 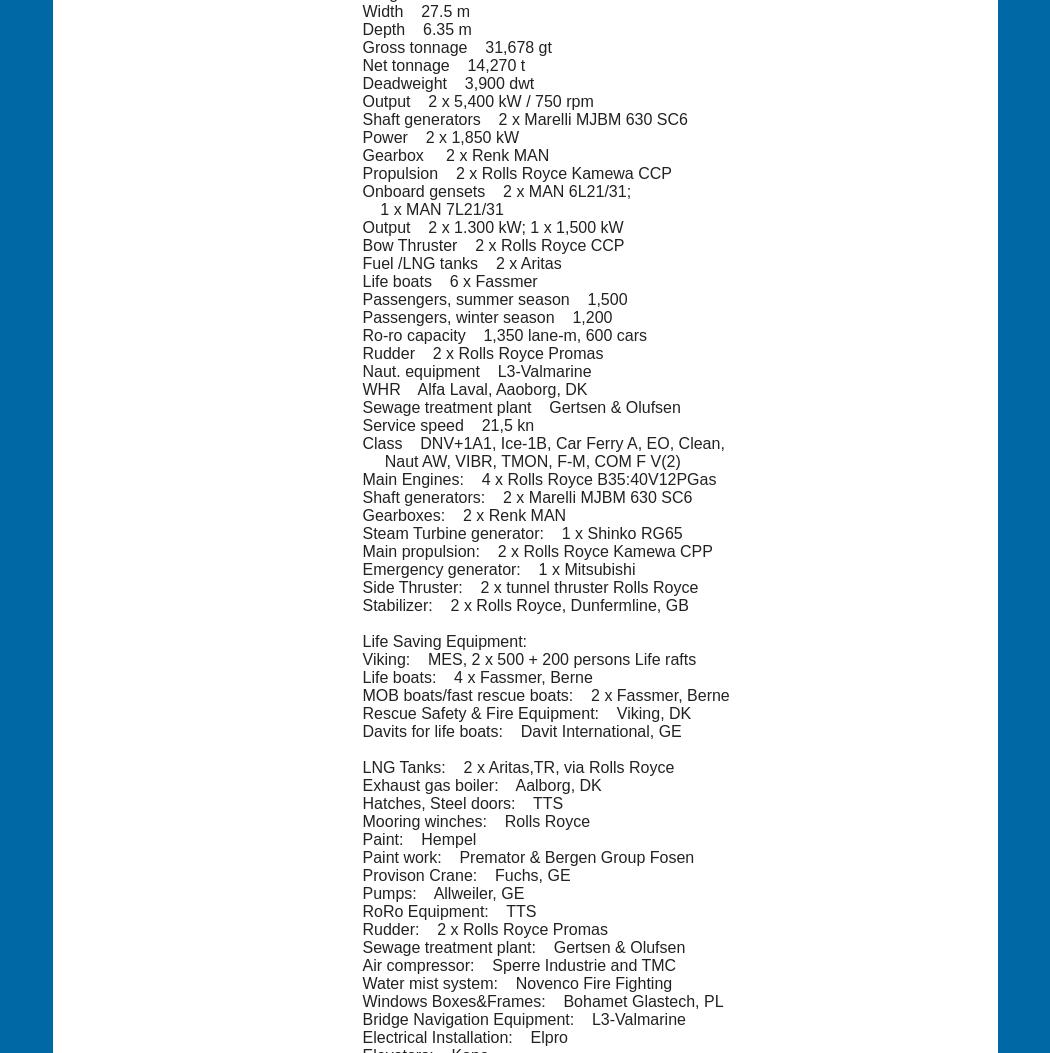 I want to click on 'RoRo Equipment:    TTS', so click(x=447, y=909).